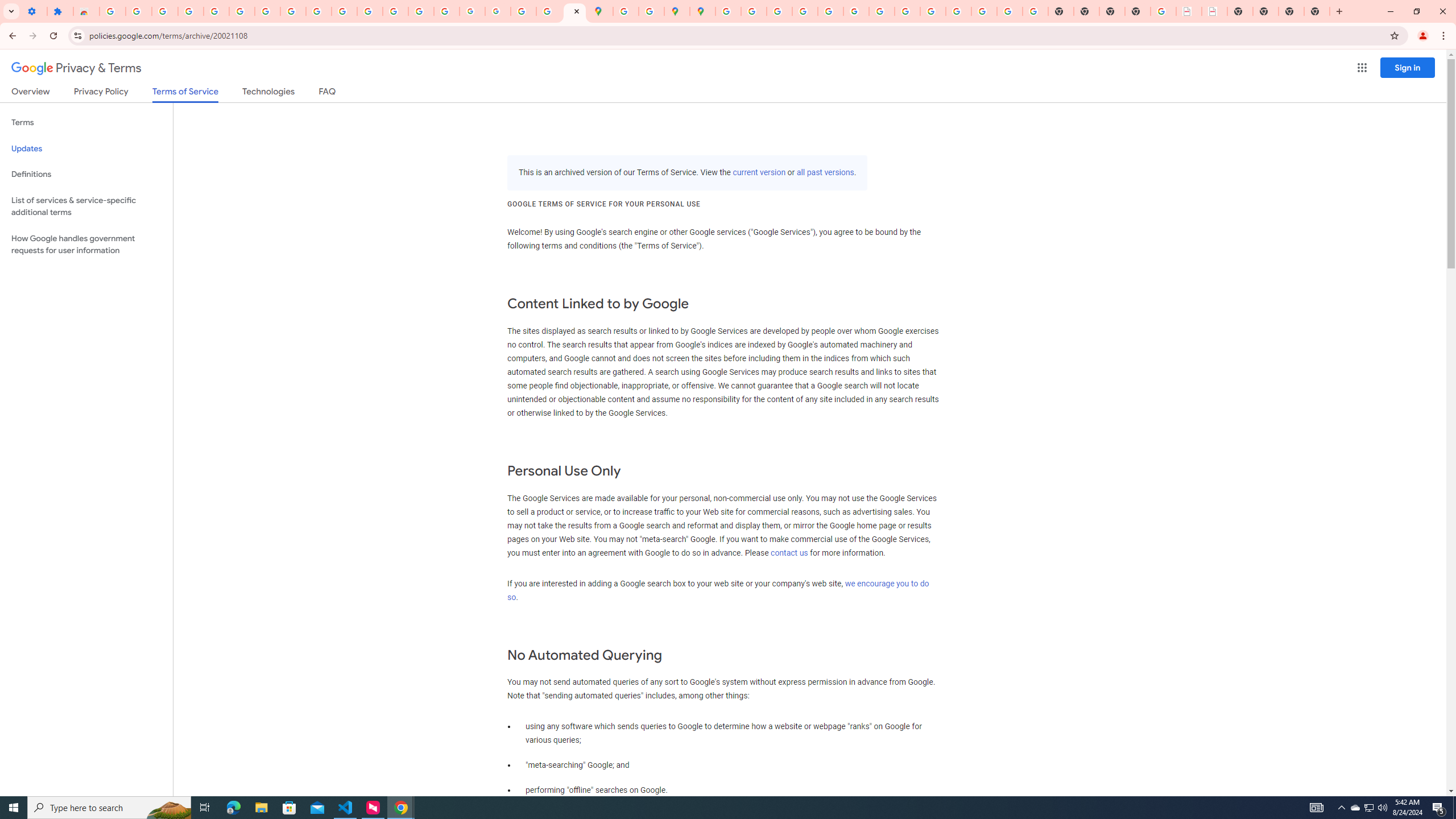 This screenshot has height=819, width=1456. I want to click on 'Terms of Service', so click(185, 94).